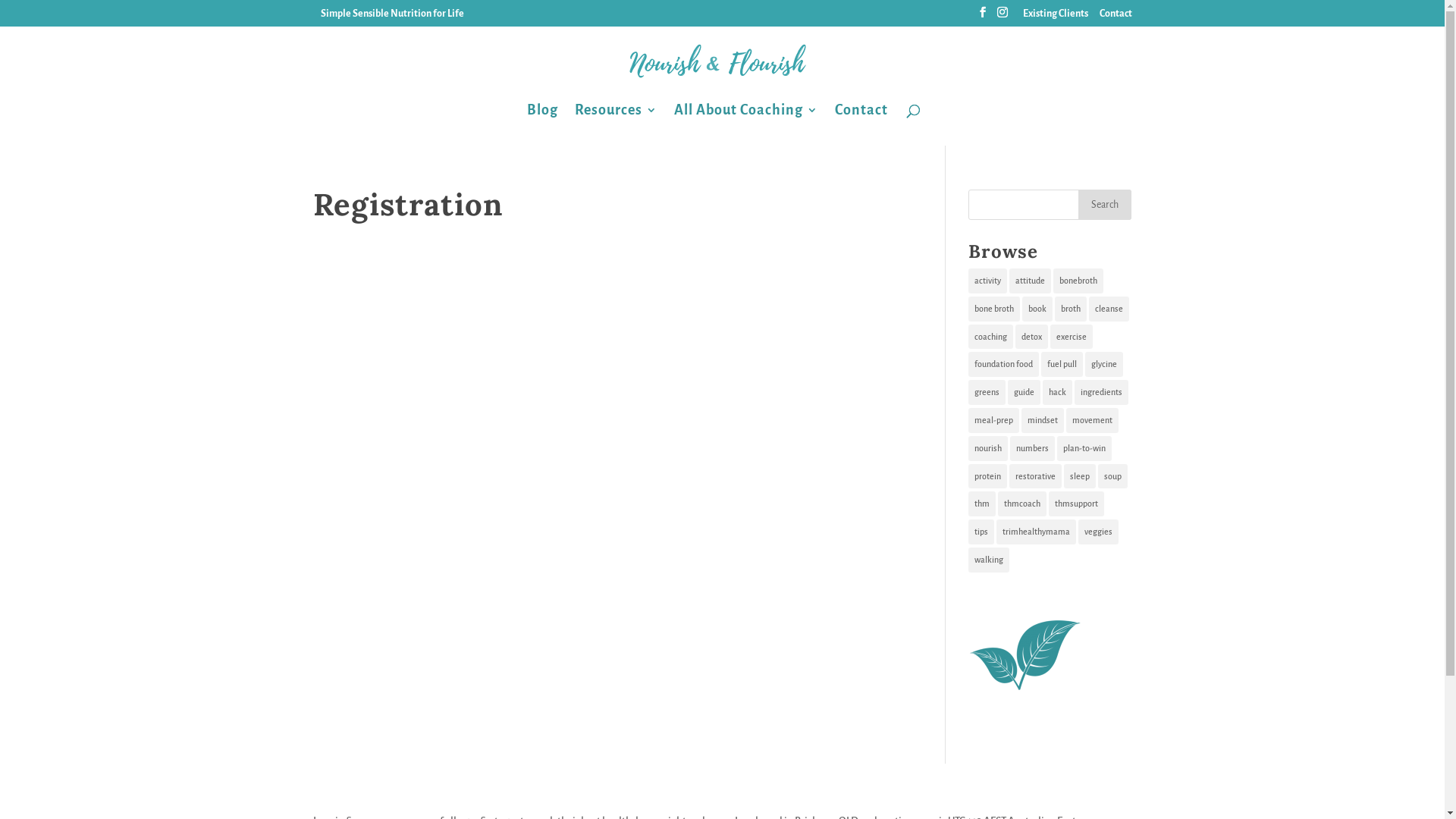  What do you see at coordinates (967, 391) in the screenshot?
I see `'greens'` at bounding box center [967, 391].